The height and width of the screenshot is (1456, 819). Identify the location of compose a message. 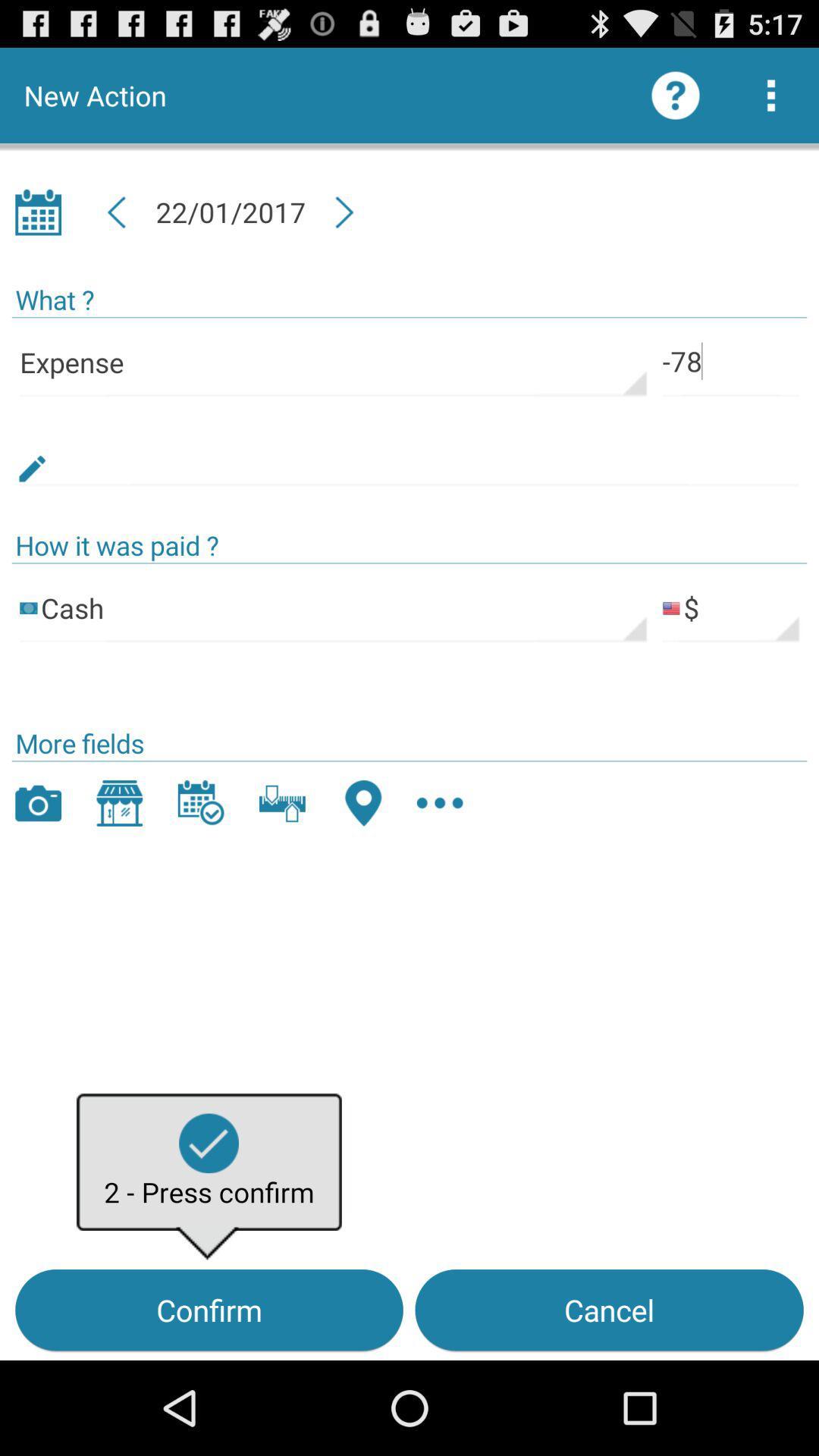
(409, 450).